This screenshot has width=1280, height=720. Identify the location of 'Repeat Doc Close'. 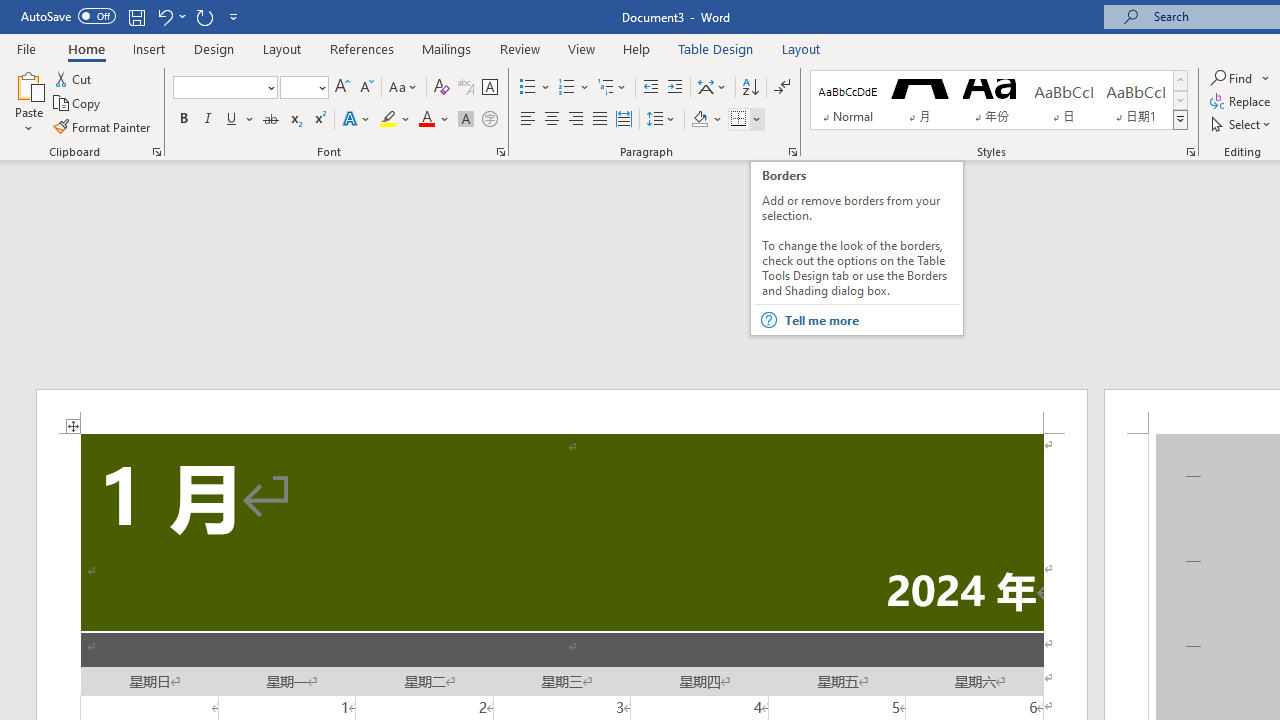
(204, 16).